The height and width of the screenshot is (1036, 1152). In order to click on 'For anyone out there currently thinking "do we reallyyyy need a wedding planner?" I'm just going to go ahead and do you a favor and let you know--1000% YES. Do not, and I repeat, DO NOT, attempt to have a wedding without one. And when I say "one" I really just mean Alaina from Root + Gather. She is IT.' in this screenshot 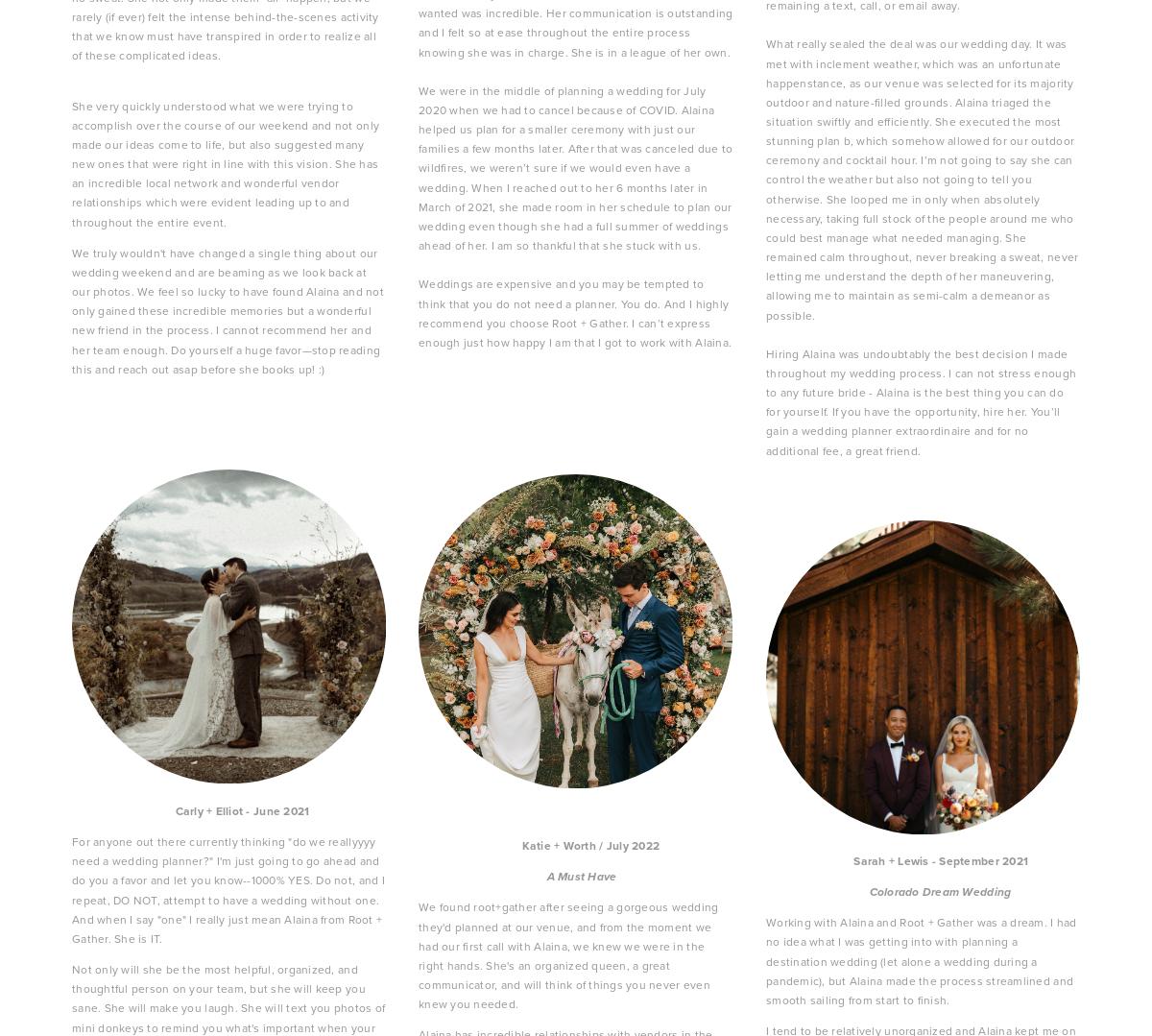, I will do `click(228, 889)`.